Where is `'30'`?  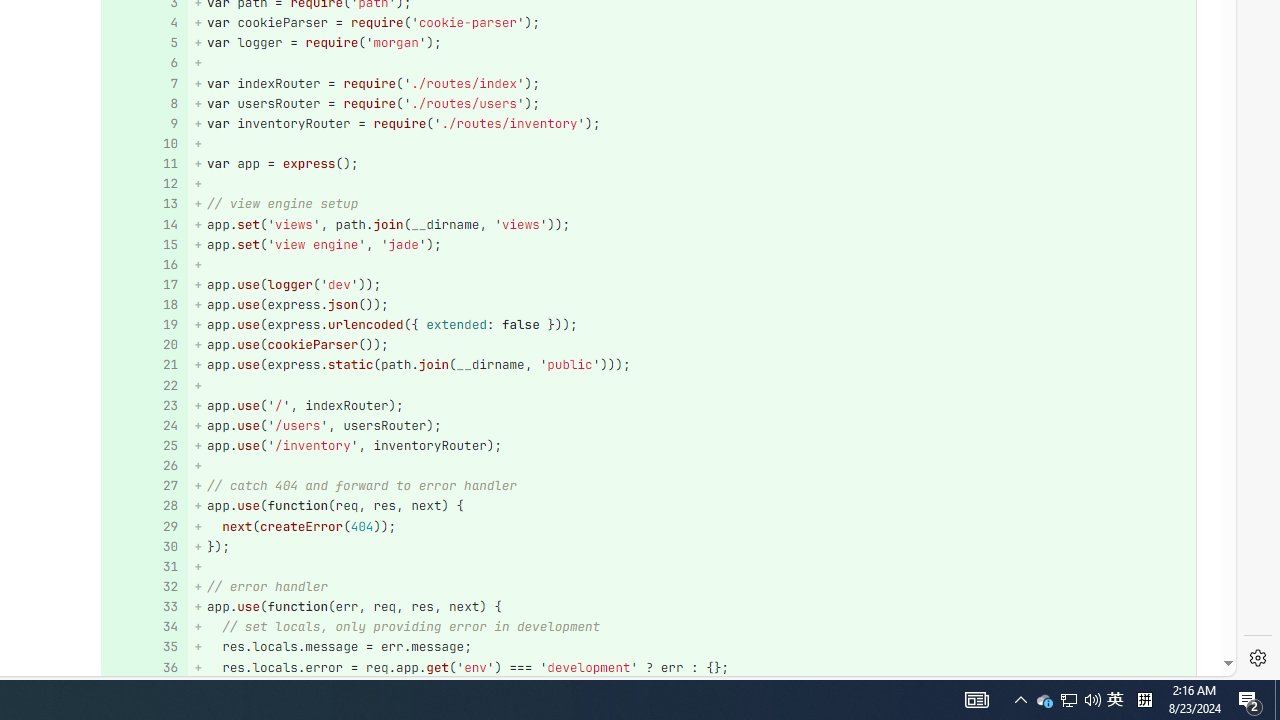
'30' is located at coordinates (141, 546).